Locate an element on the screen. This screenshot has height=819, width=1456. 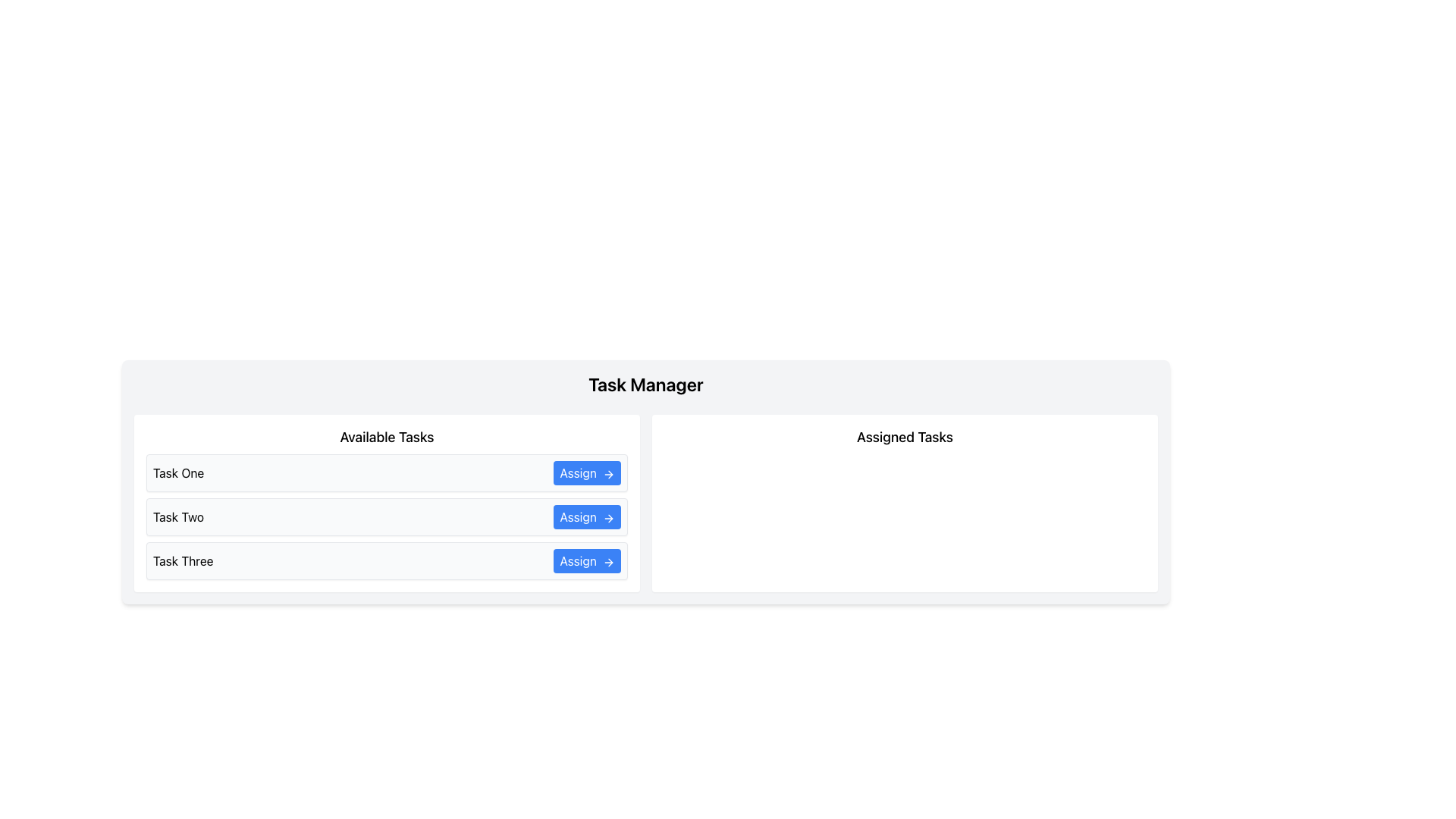
the arrow icon located at the rightmost portion of the 'Assign' button in the 'Available Tasks' section is located at coordinates (608, 516).